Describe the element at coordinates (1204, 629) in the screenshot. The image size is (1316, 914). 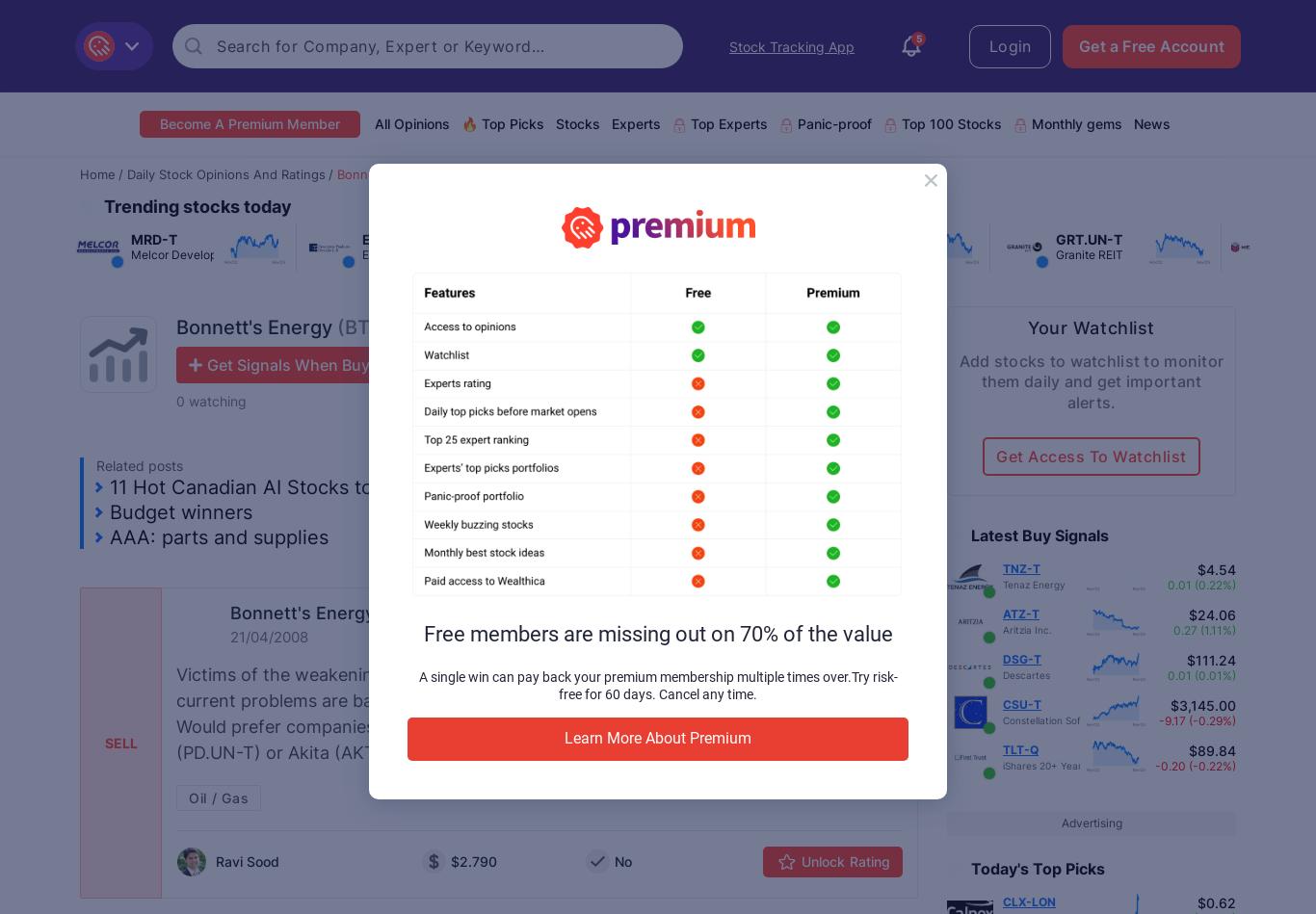
I see `'0.27
      (1.11%)'` at that location.